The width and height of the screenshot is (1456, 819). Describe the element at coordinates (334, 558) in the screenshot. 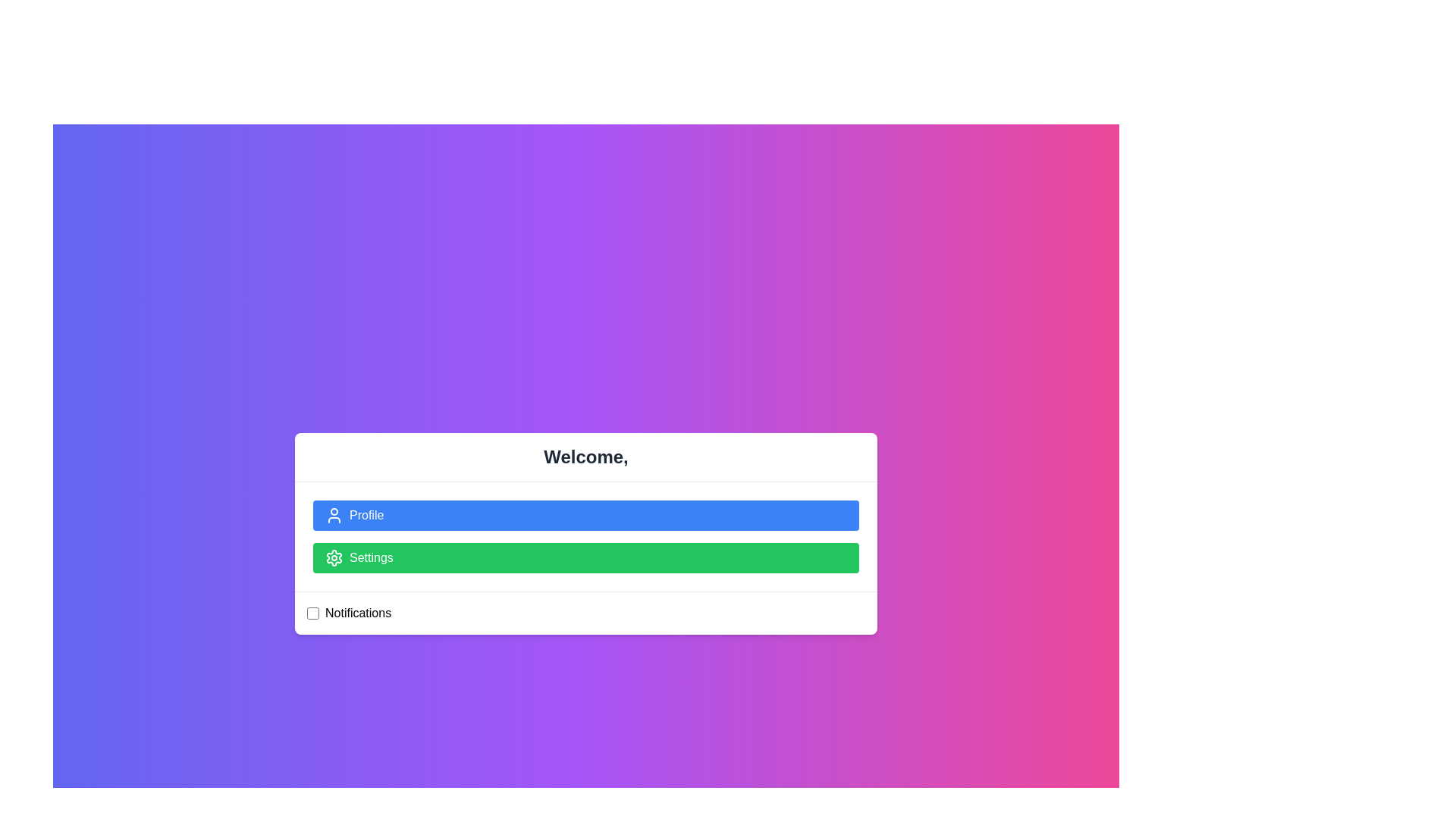

I see `the 'Settings' icon located on the left side of the green button labeled 'Settings' in the vertical stack beneath the 'Welcome' heading` at that location.